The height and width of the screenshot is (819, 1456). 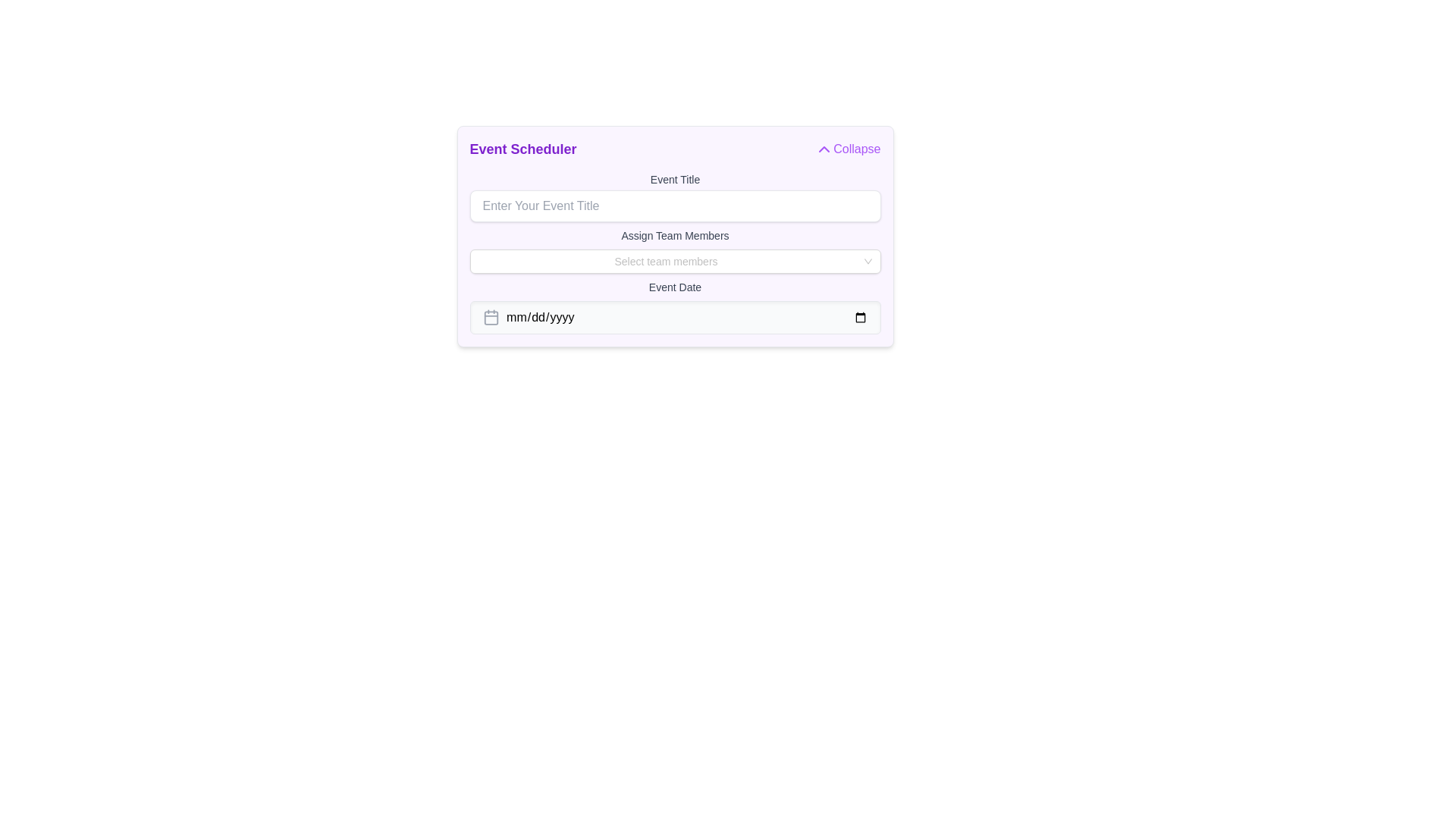 I want to click on 'Event Scheduler' header section that includes the 'Collapse' button for information, so click(x=674, y=149).